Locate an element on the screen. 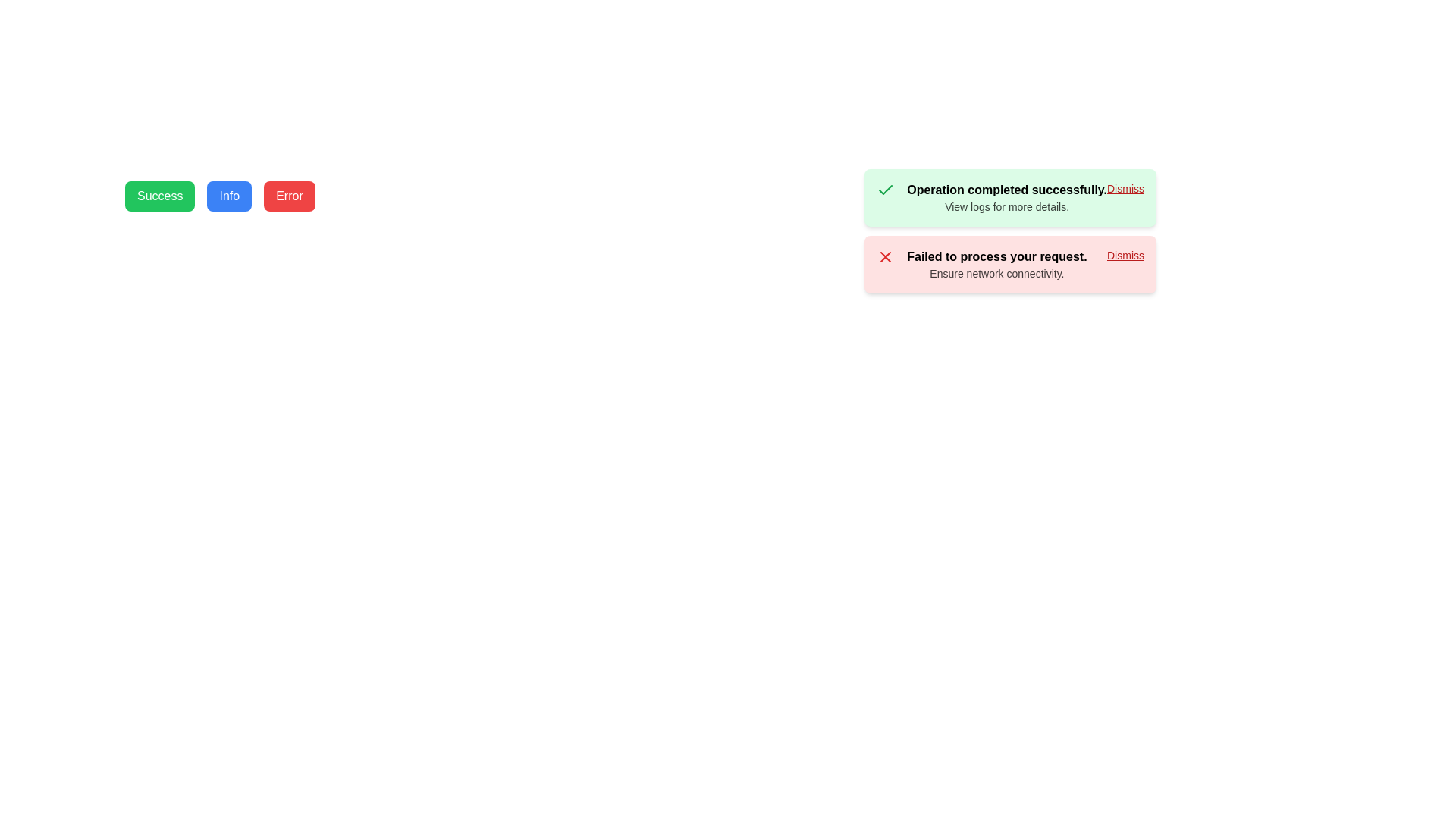 This screenshot has width=1456, height=819. the green checkmark icon indicating confirmation, located at the top-left corner of the success message box is located at coordinates (886, 189).